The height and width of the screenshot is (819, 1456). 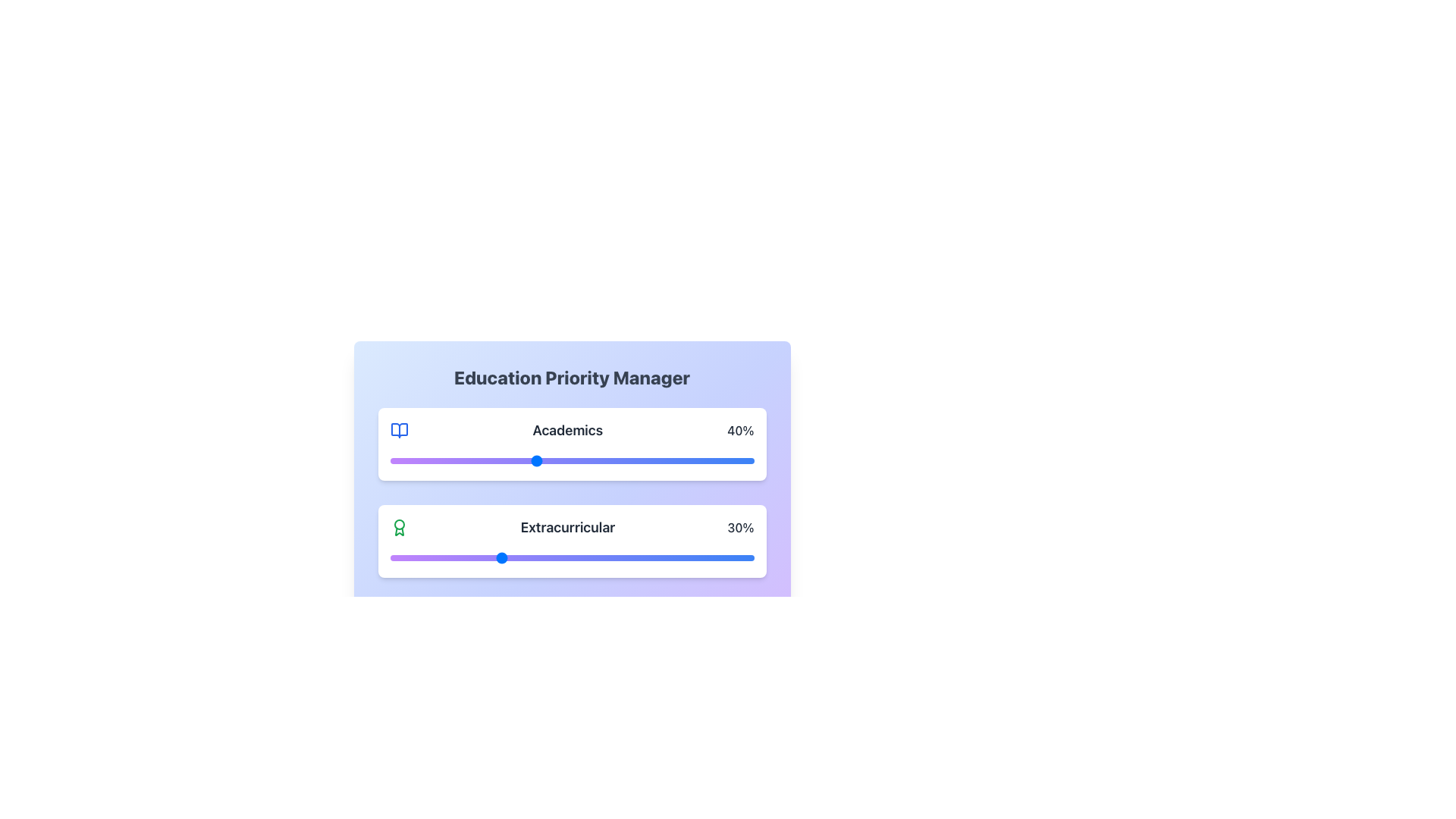 What do you see at coordinates (521, 460) in the screenshot?
I see `the slider value` at bounding box center [521, 460].